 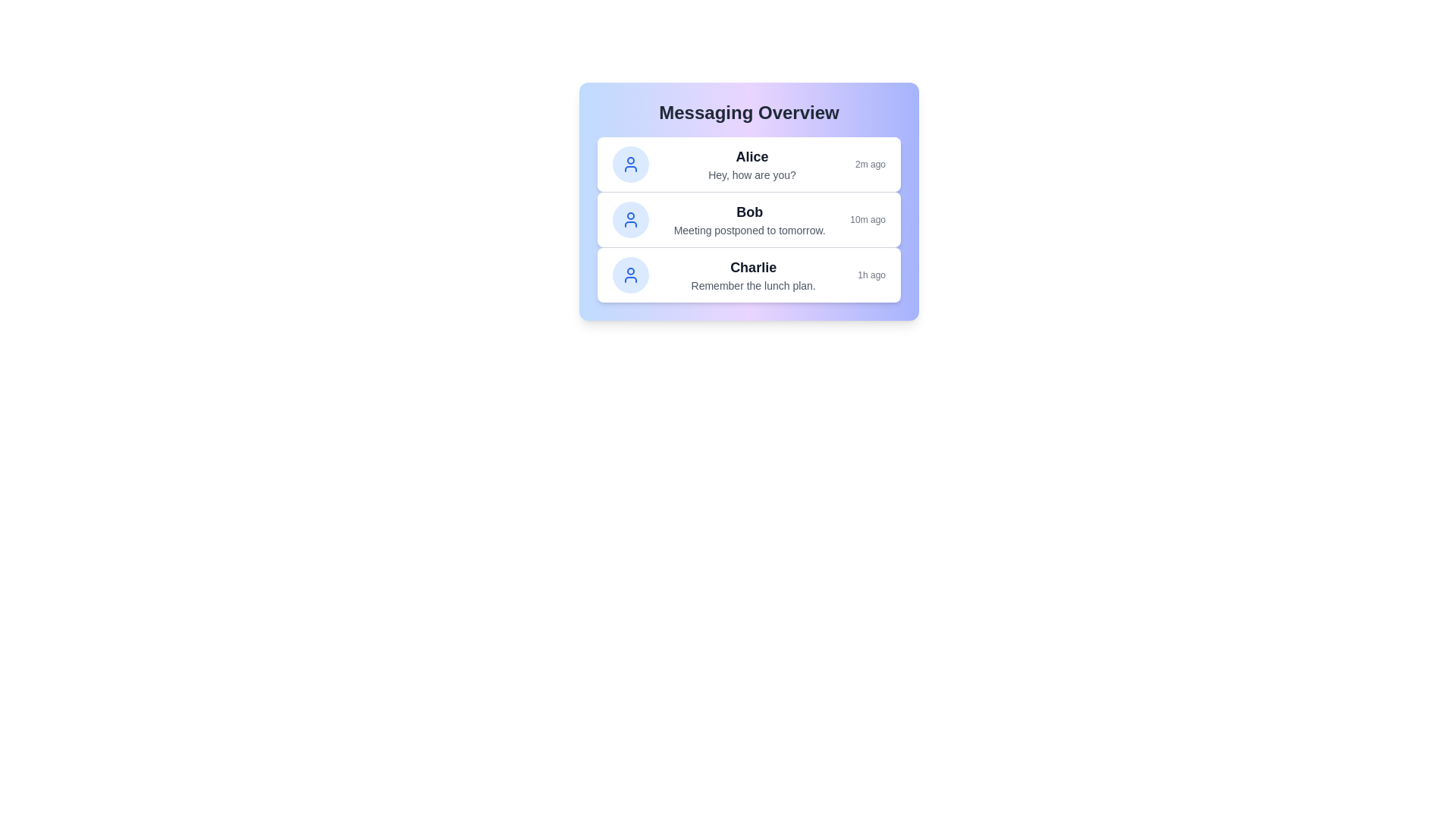 What do you see at coordinates (749, 219) in the screenshot?
I see `the list item corresponding to Bob` at bounding box center [749, 219].